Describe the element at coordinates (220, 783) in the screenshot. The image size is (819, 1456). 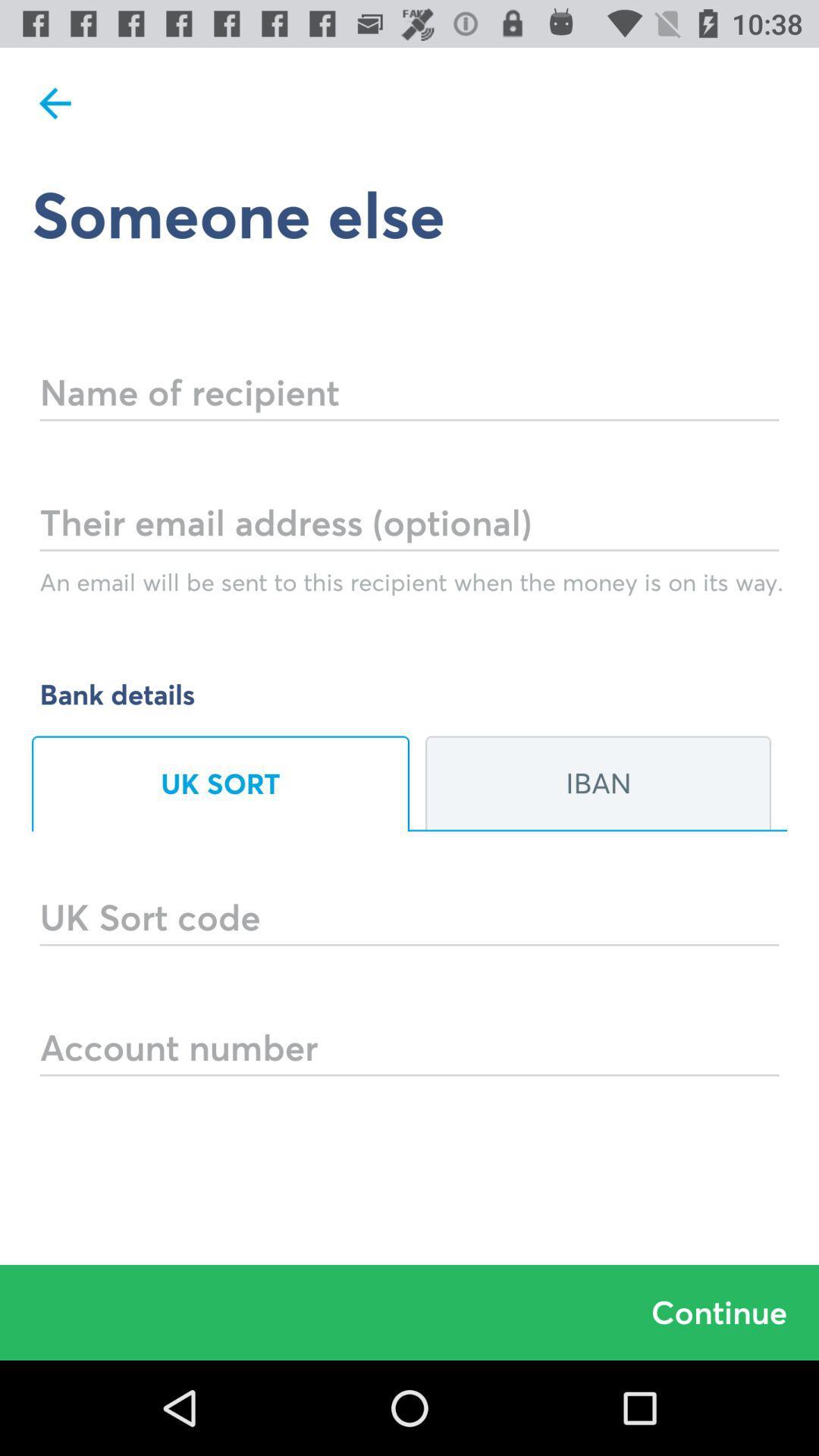
I see `item on the left` at that location.